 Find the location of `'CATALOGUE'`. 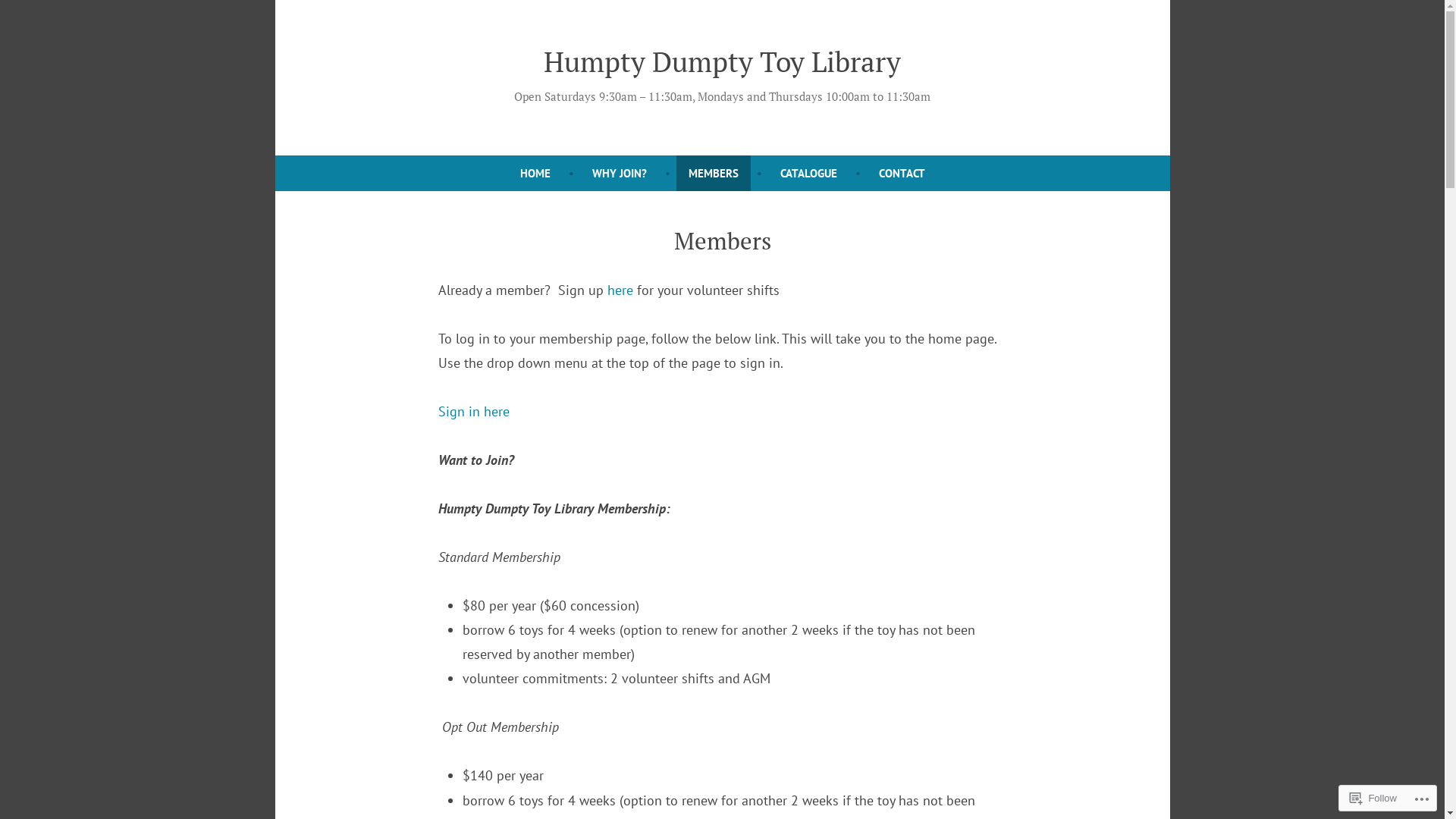

'CATALOGUE' is located at coordinates (807, 172).